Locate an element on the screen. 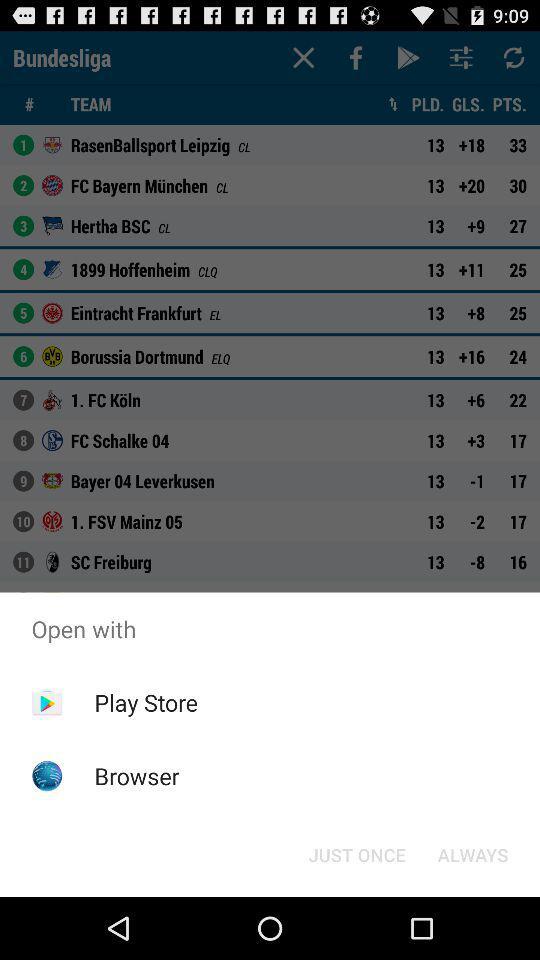 This screenshot has width=540, height=960. always at the bottom right corner is located at coordinates (472, 853).